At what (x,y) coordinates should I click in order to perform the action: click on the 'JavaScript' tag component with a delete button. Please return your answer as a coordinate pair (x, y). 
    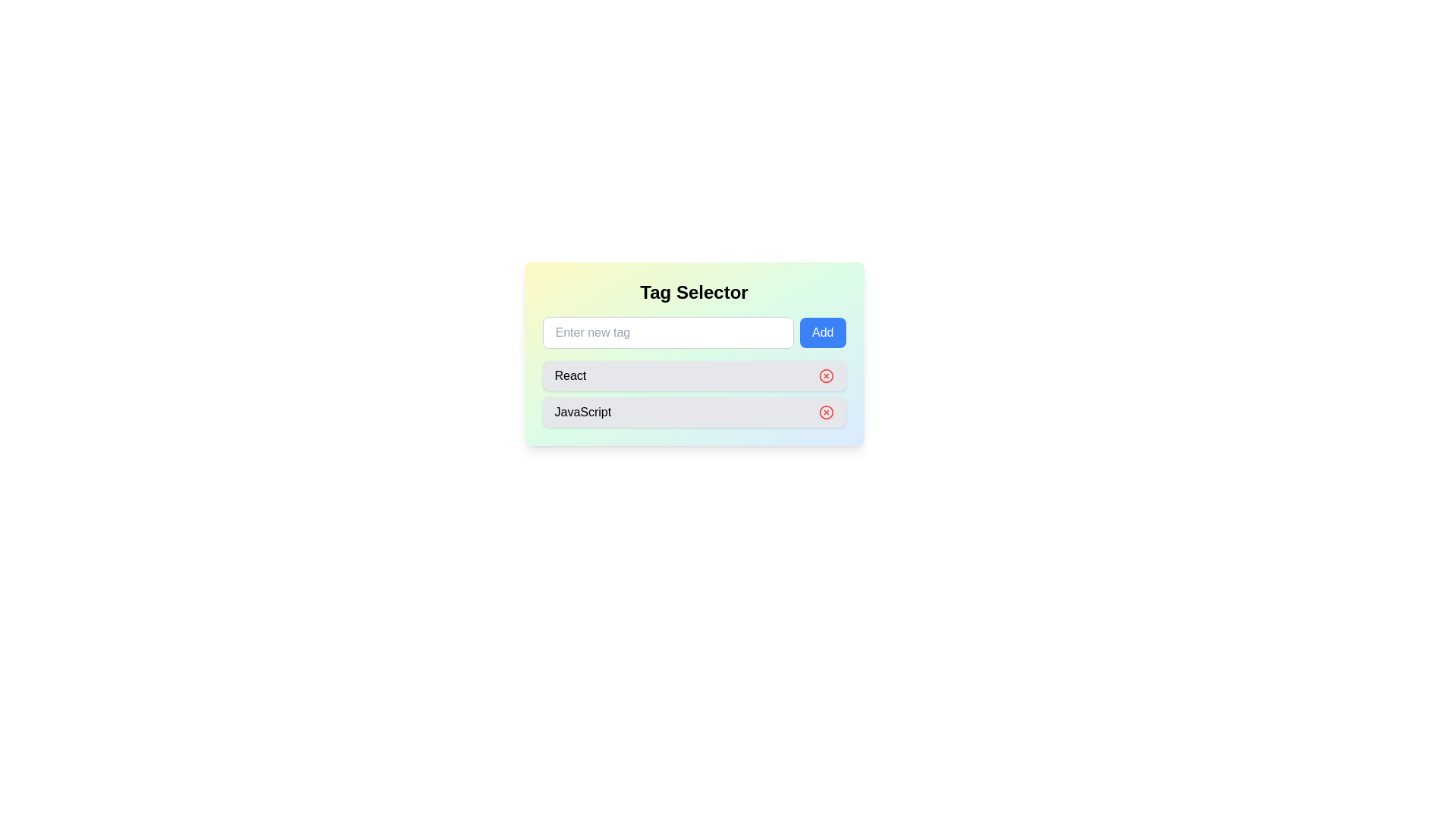
    Looking at the image, I should click on (693, 412).